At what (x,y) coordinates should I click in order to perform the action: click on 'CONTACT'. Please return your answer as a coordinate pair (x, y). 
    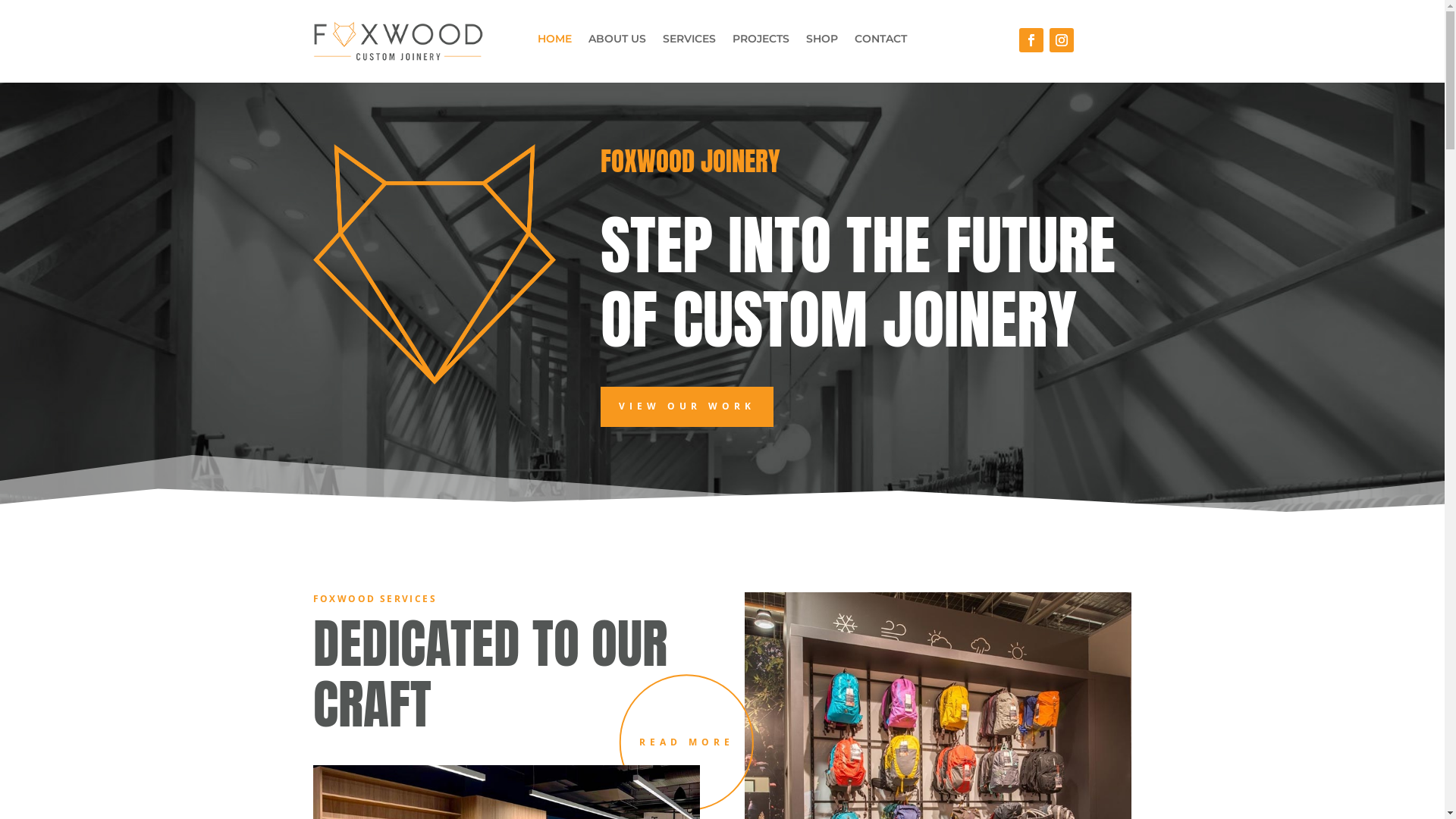
    Looking at the image, I should click on (855, 40).